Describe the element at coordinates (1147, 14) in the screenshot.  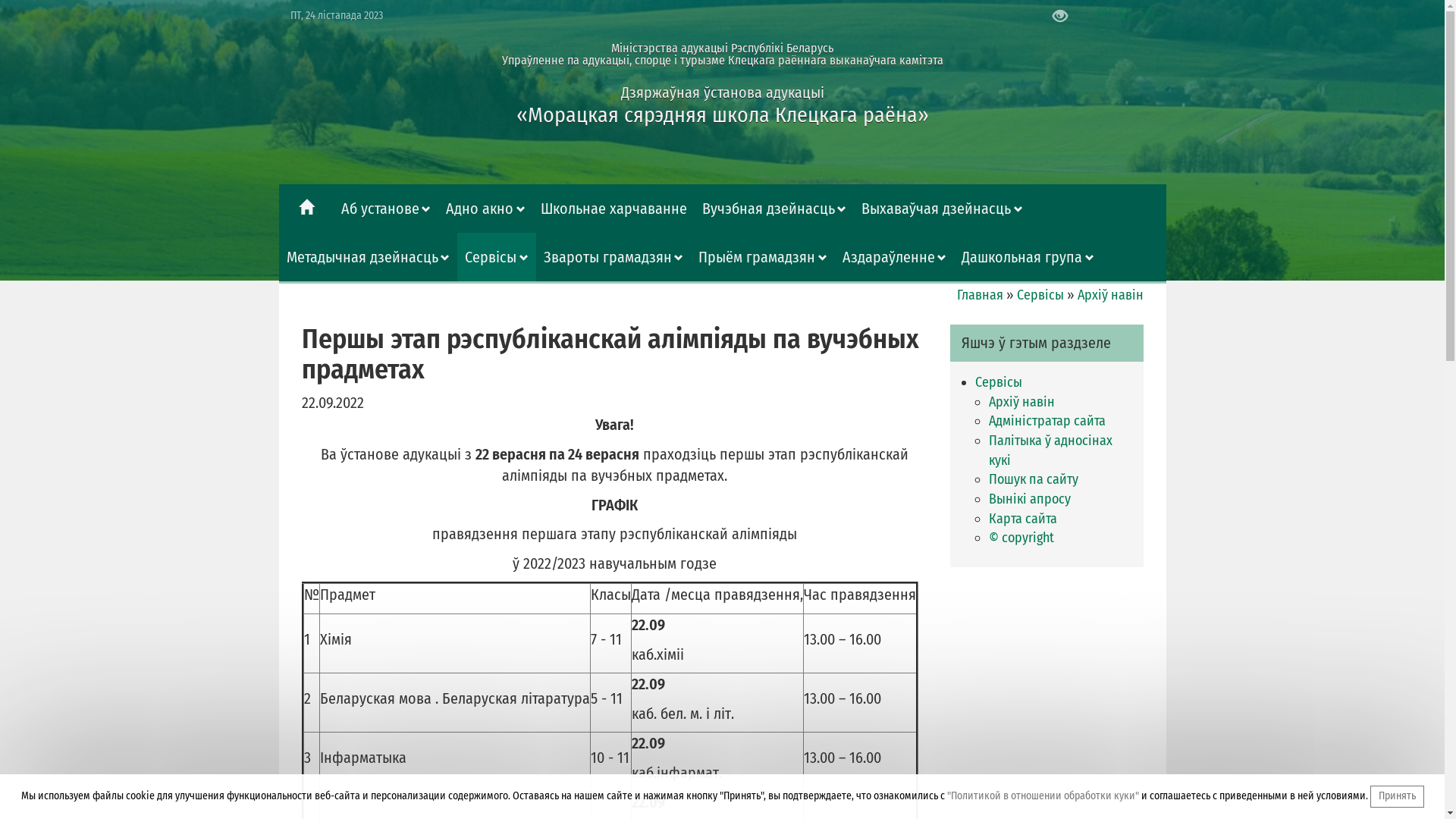
I see `'EN'` at that location.